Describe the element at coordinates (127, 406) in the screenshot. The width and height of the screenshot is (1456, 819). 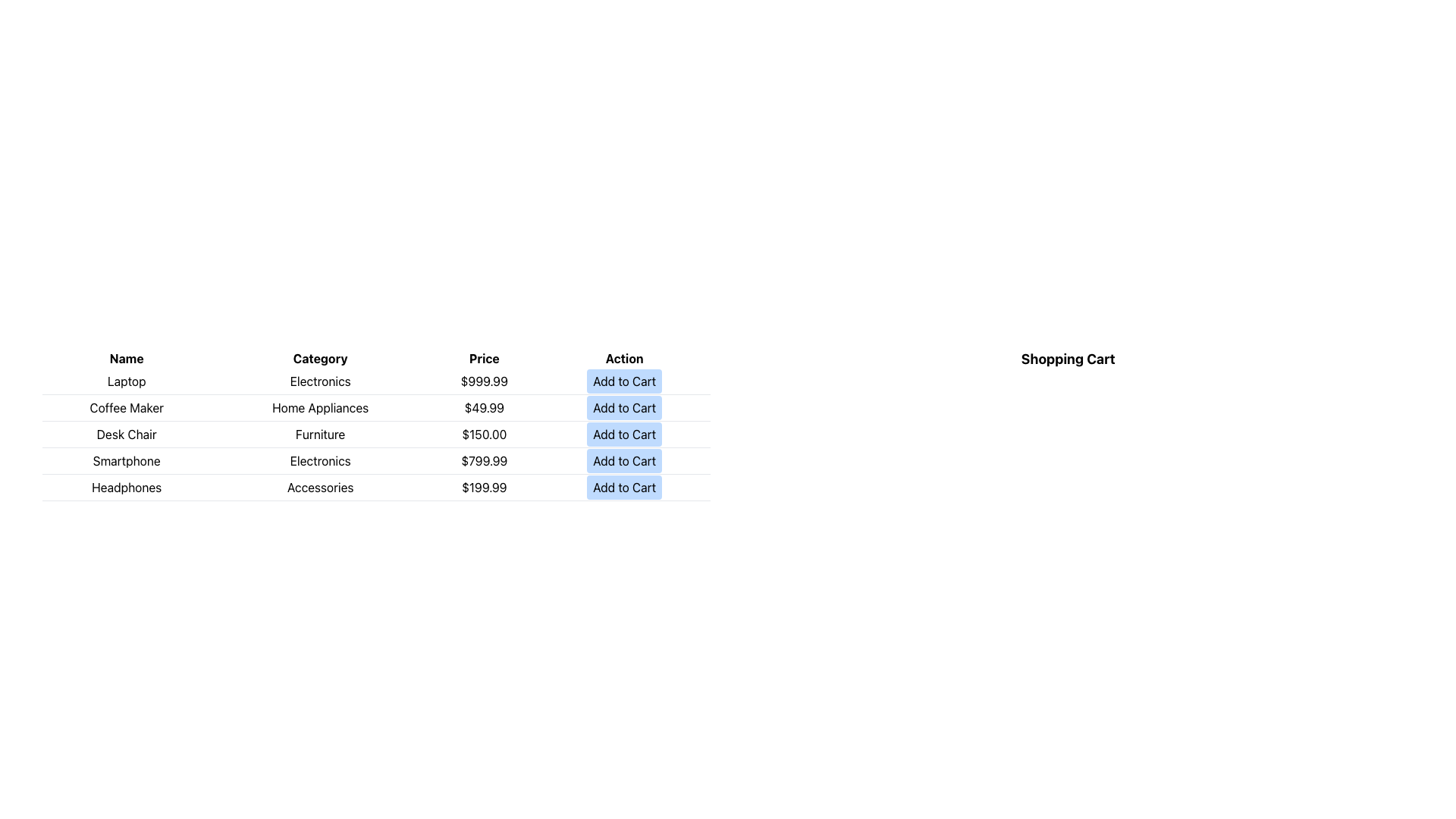
I see `the 'Coffee Maker' label in the second row of the table under the 'Name' column, if it is a clickable element` at that location.